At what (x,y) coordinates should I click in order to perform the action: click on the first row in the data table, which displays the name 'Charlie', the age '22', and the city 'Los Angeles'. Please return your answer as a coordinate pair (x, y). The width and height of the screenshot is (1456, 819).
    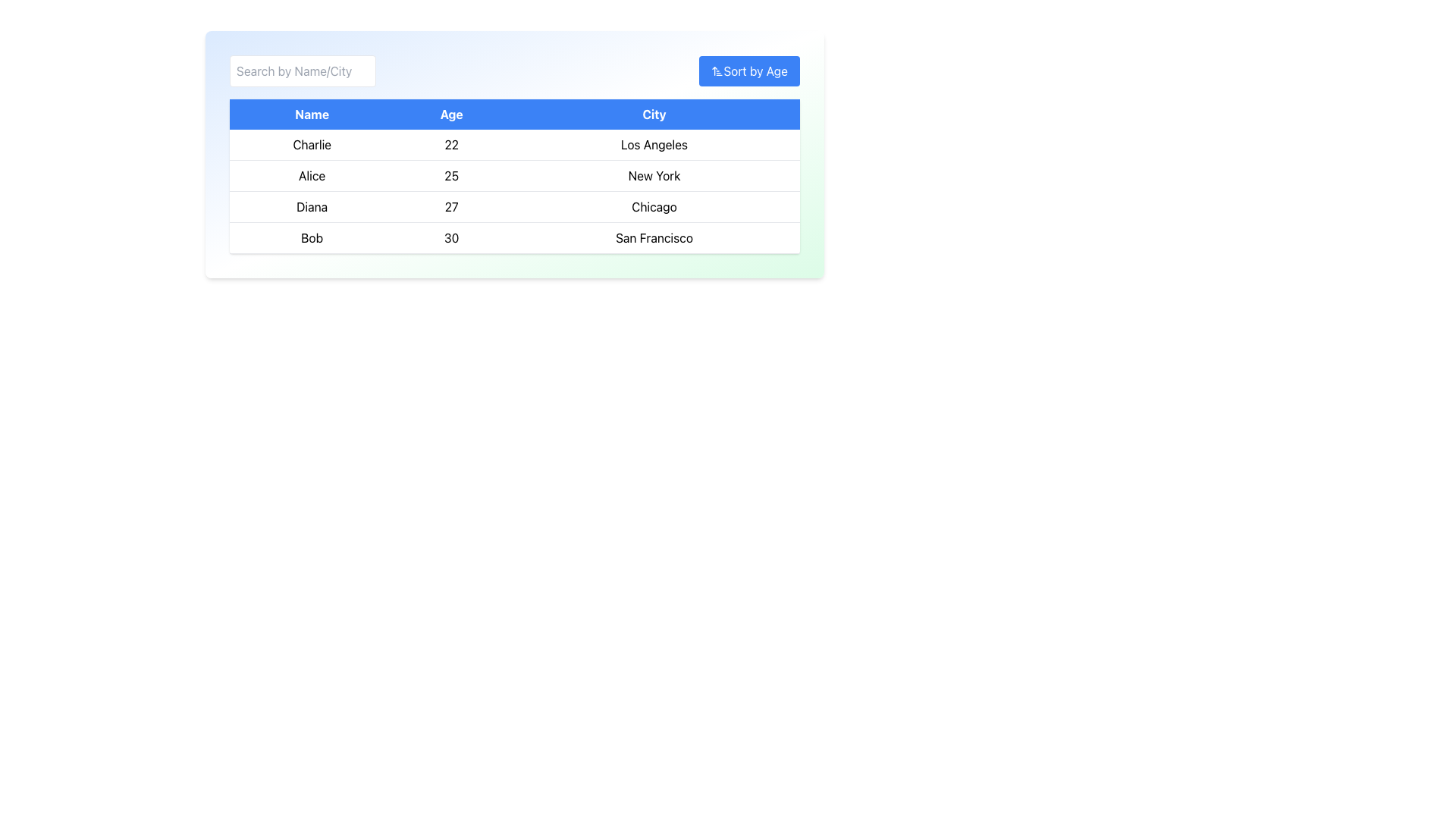
    Looking at the image, I should click on (514, 145).